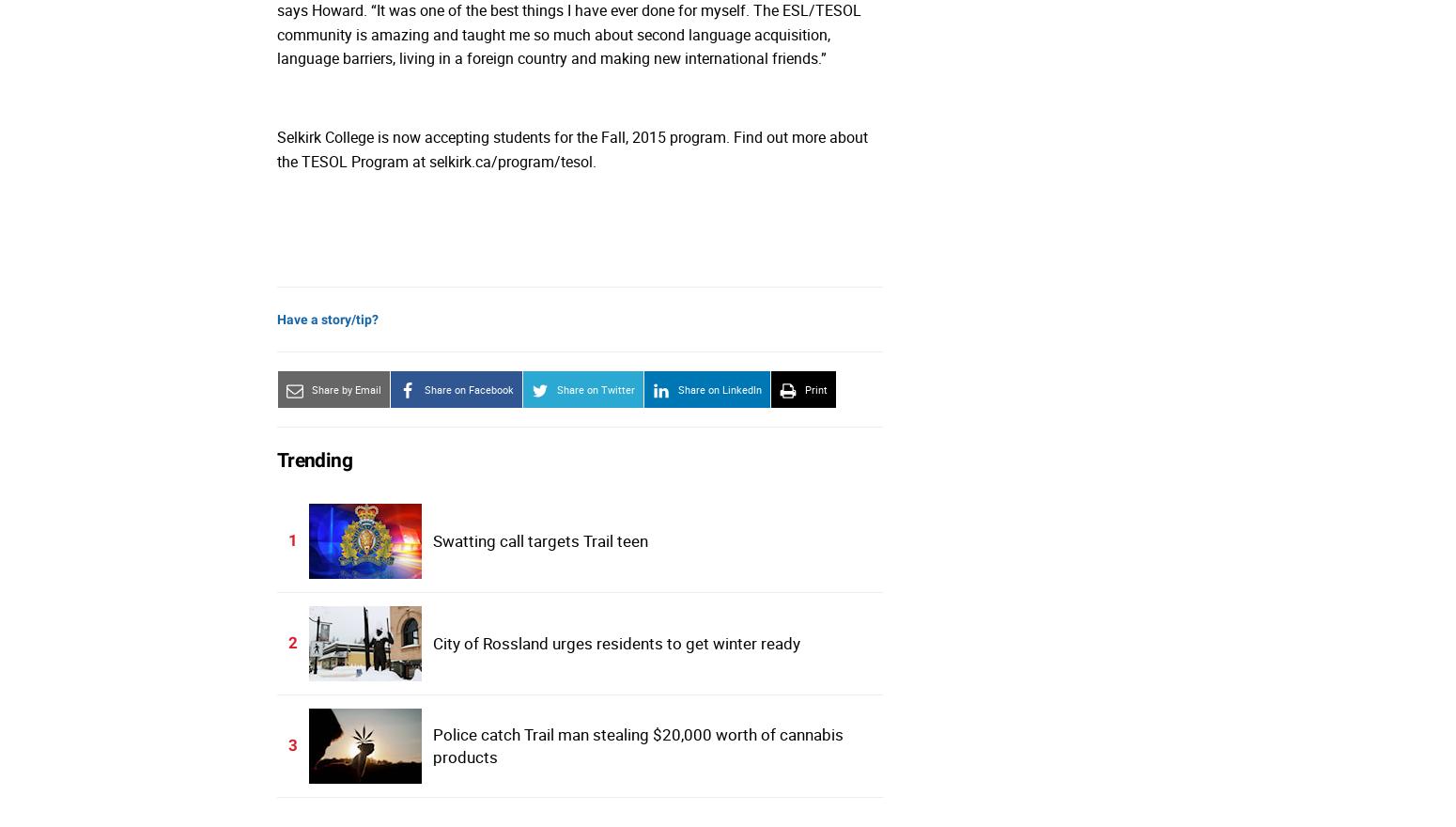 The width and height of the screenshot is (1456, 827). What do you see at coordinates (815, 389) in the screenshot?
I see `'Print'` at bounding box center [815, 389].